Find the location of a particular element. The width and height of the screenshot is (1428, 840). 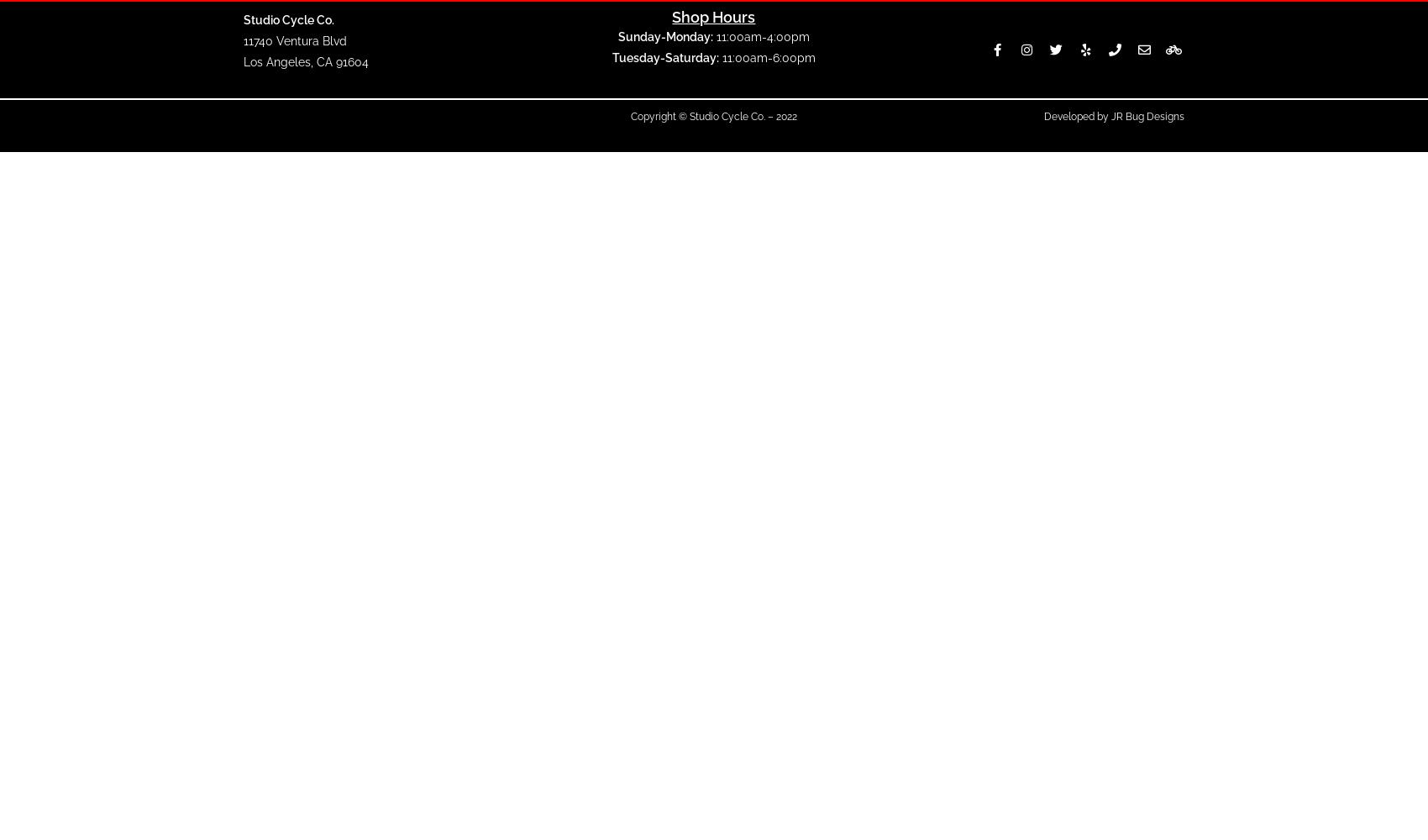

'Copyright © Studio Cycle Co. – 2022' is located at coordinates (711, 117).